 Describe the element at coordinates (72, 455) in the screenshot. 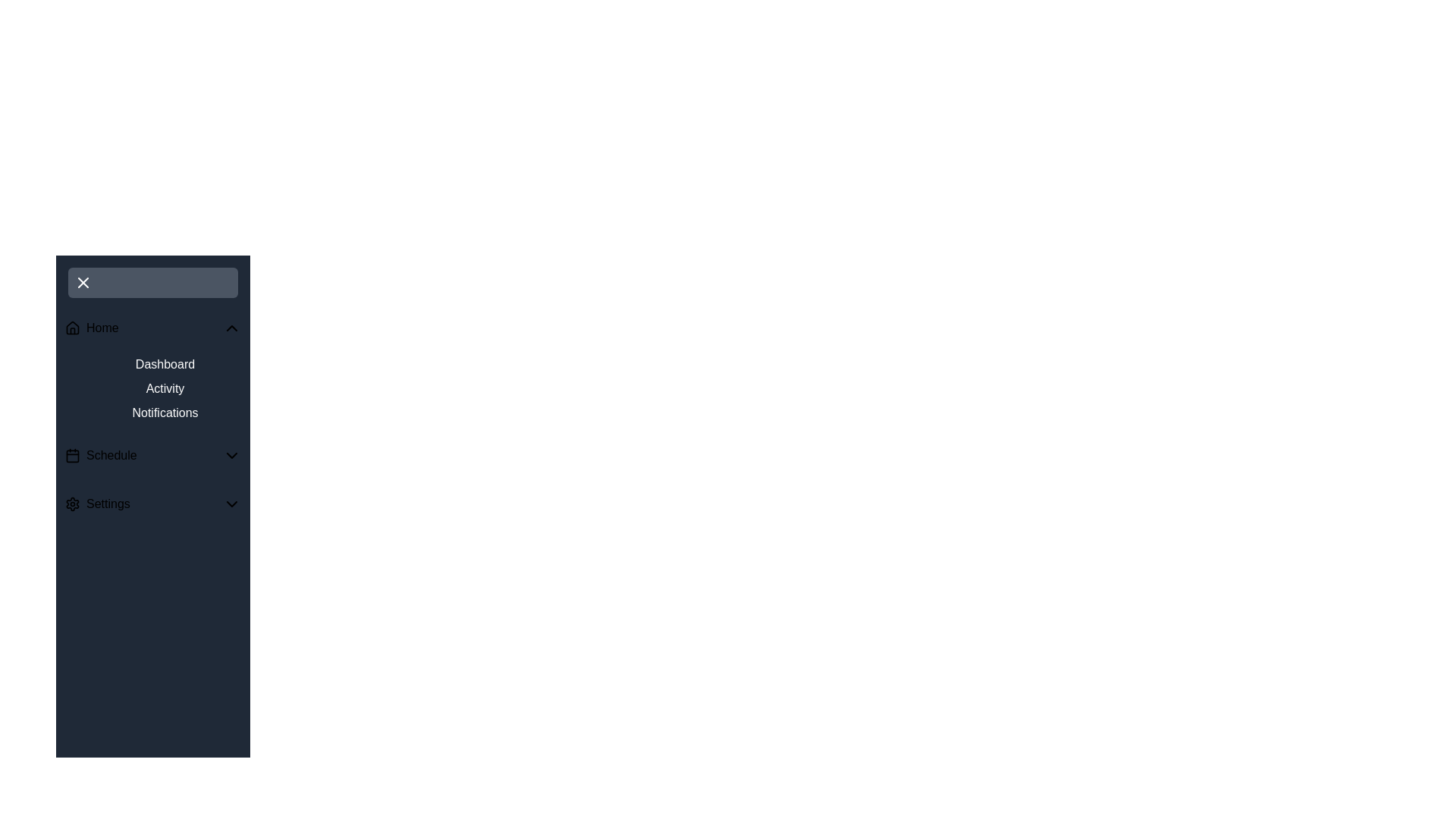

I see `the 'Schedule' icon, which visually represents the 'Schedule' menu item and is positioned to the left of the text 'Schedule'` at that location.